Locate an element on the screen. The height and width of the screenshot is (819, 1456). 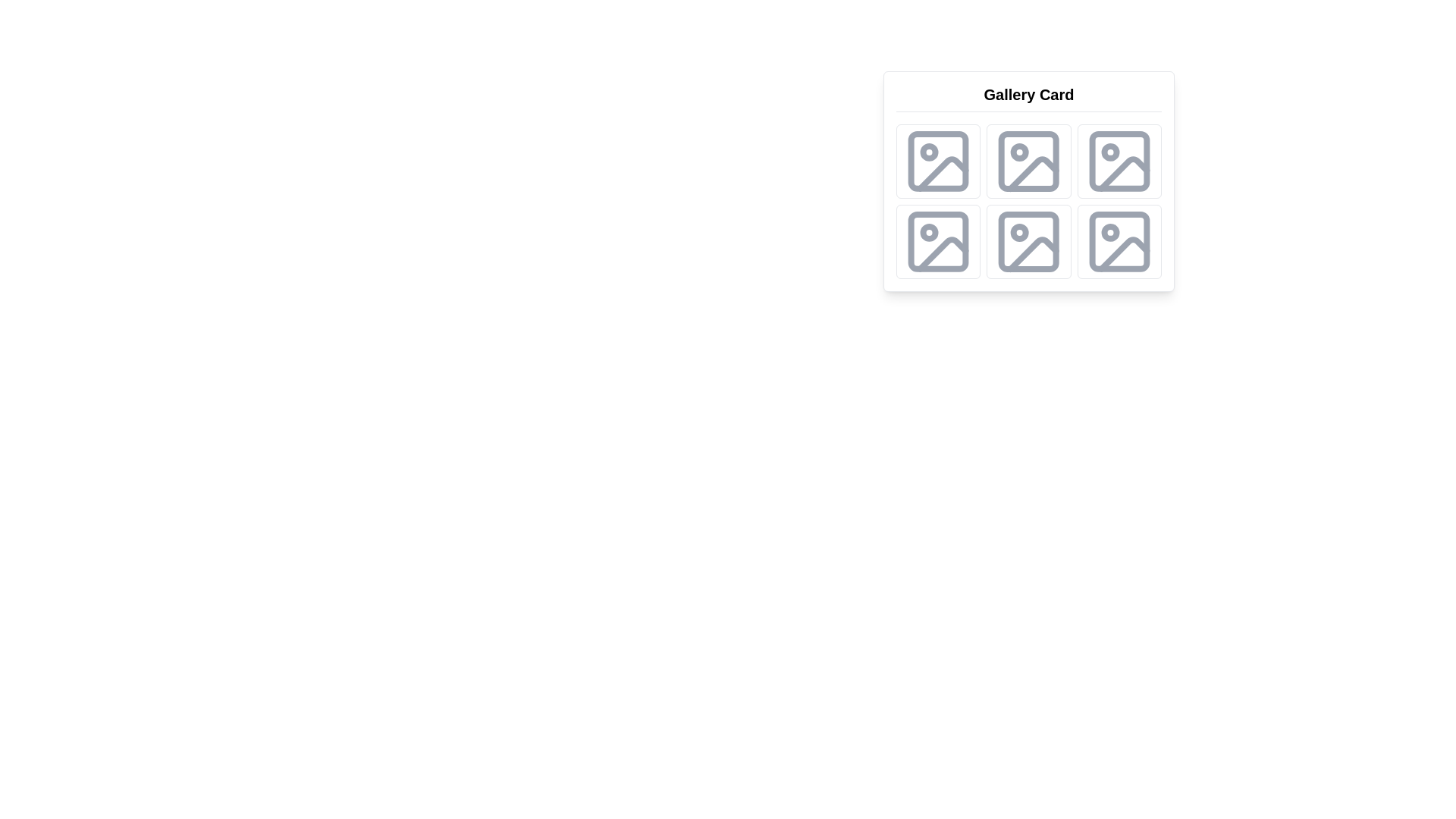
the third visual card located in the top right corner of the grid layout, which is used to represent an image or gallery entry is located at coordinates (1119, 161).